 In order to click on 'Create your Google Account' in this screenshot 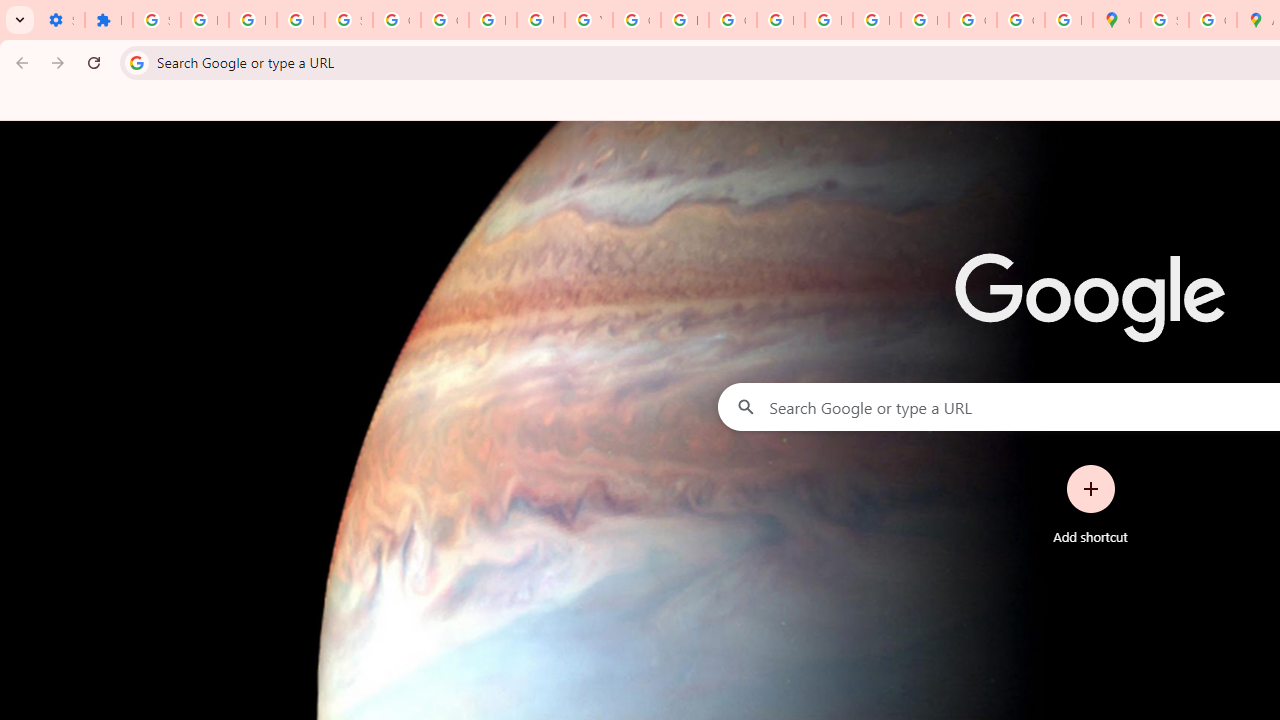, I will do `click(1211, 20)`.